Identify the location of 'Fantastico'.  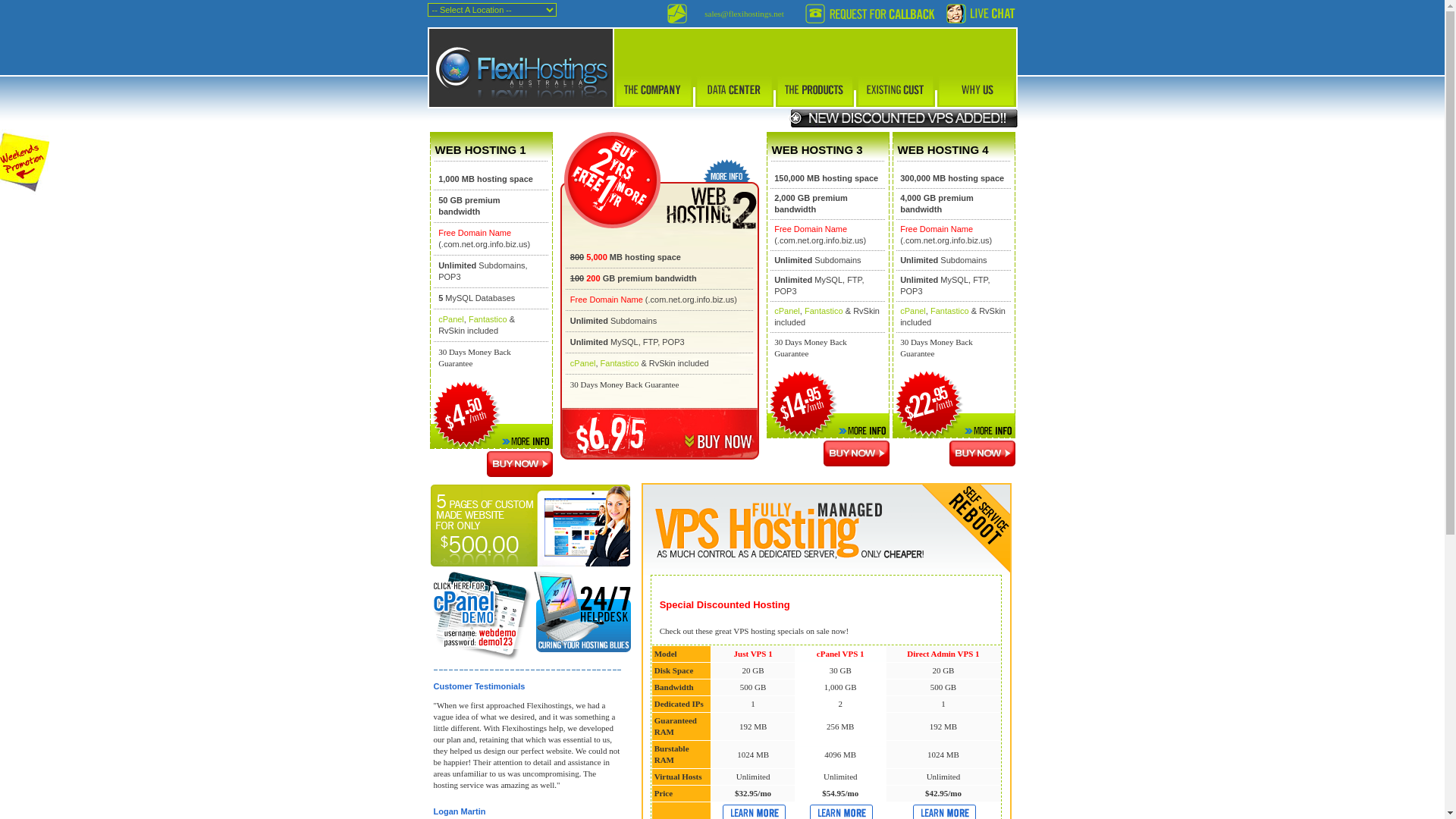
(949, 309).